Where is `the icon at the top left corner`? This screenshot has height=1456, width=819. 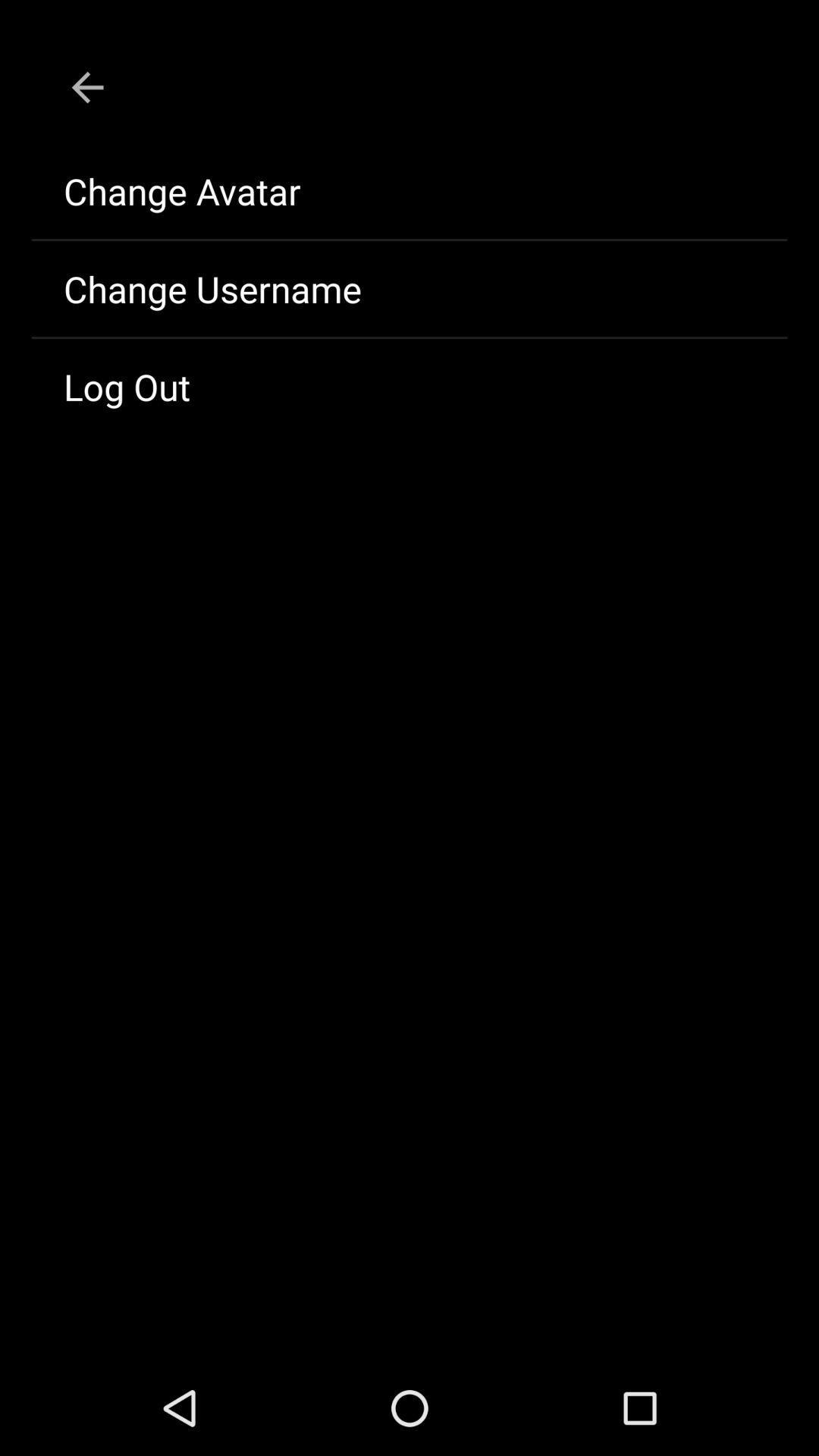
the icon at the top left corner is located at coordinates (87, 86).